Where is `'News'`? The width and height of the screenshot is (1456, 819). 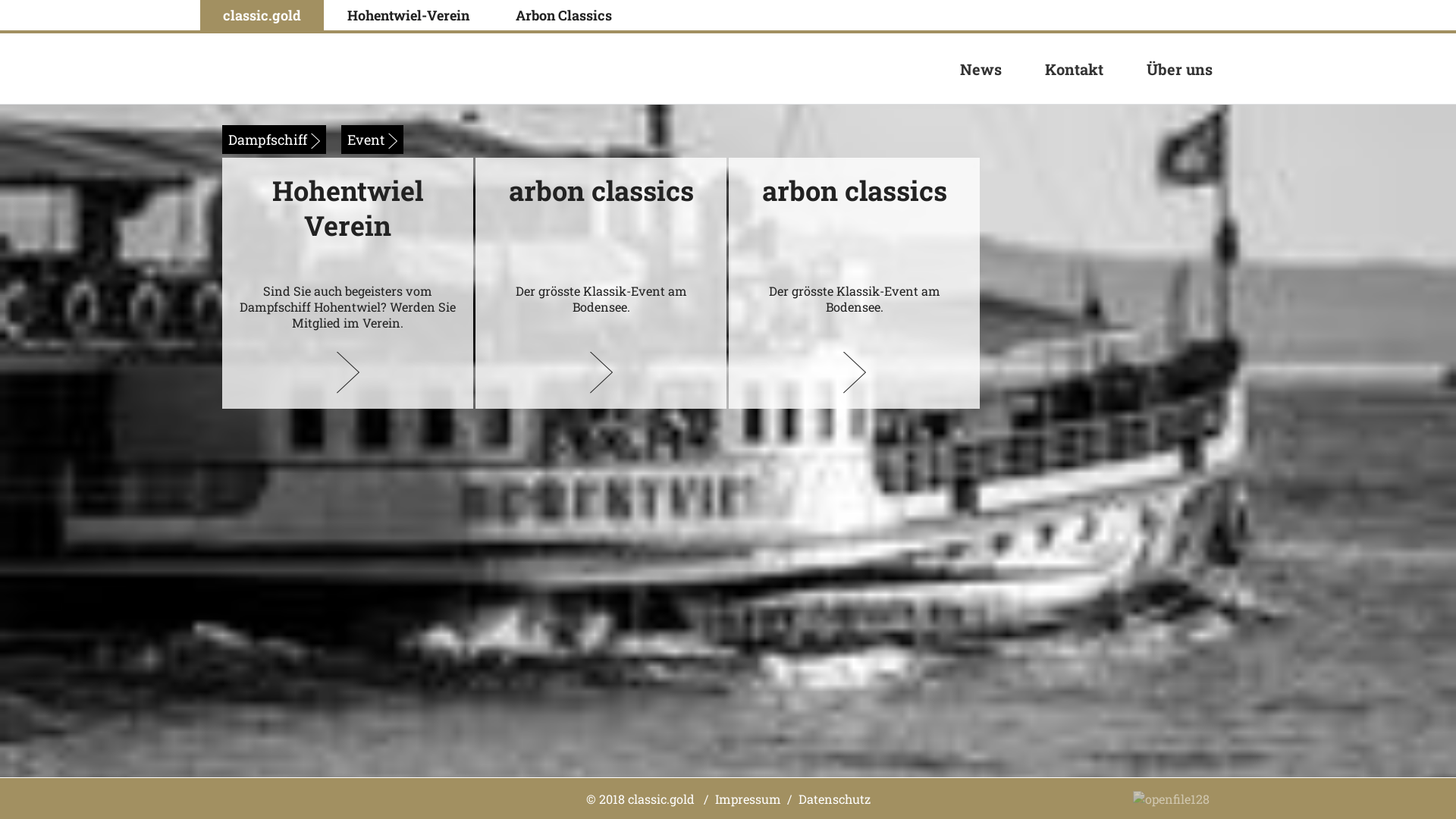 'News' is located at coordinates (981, 69).